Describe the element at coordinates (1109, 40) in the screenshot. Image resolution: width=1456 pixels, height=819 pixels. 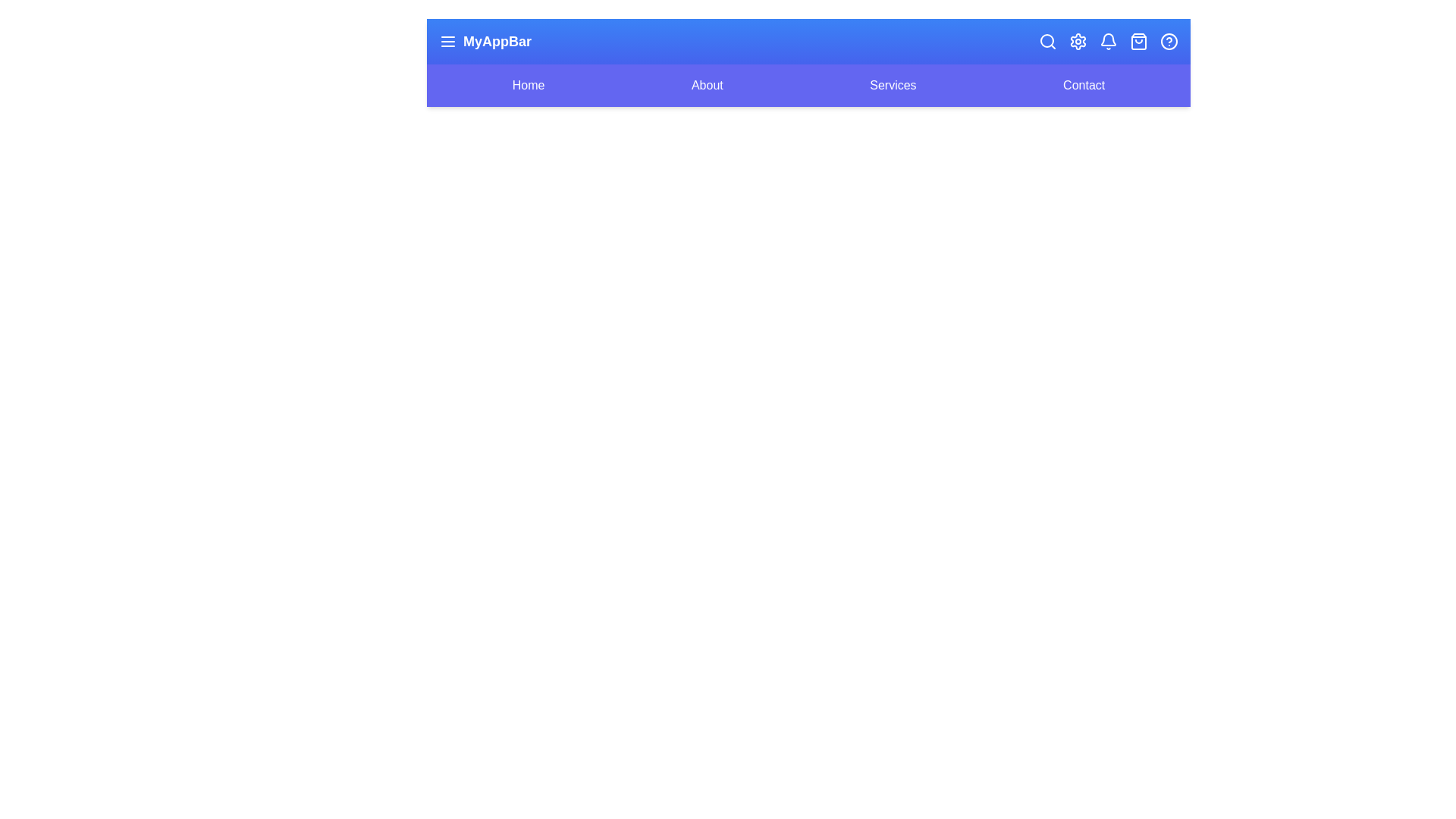
I see `the bell icon to perform its action` at that location.